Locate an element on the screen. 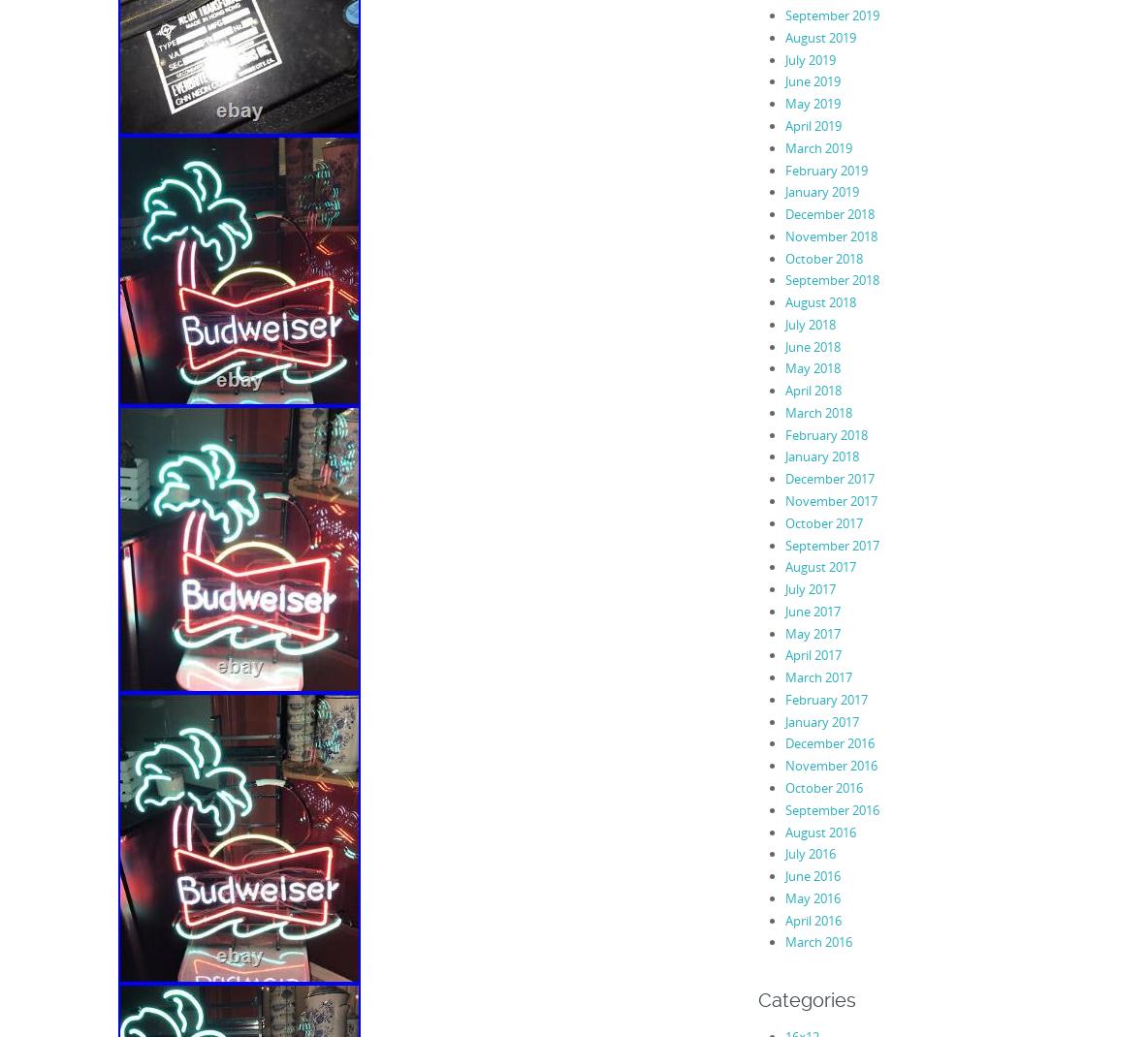 This screenshot has width=1148, height=1037. 'August 2019' is located at coordinates (819, 35).